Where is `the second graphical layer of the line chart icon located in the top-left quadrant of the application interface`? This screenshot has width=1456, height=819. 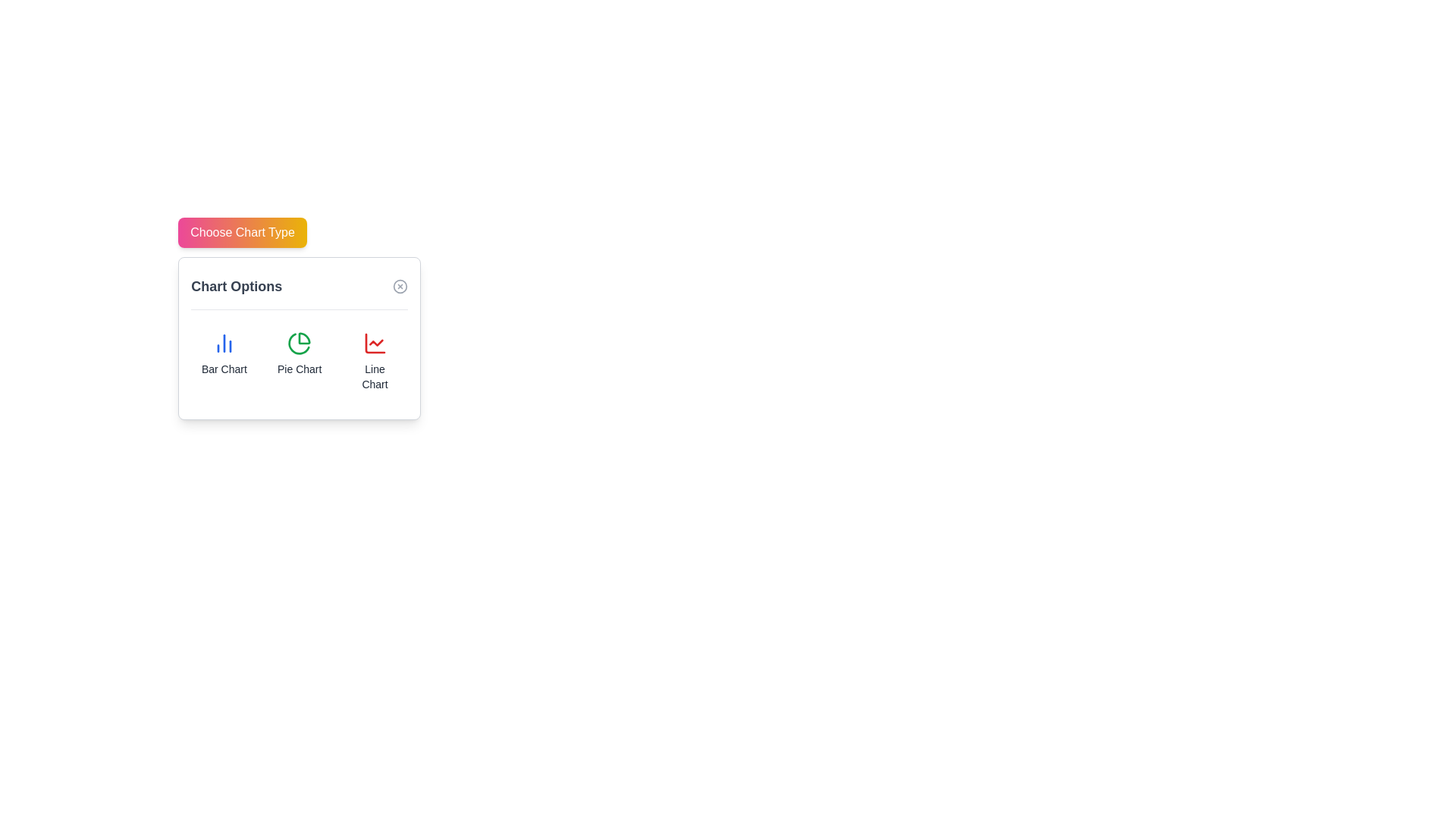
the second graphical layer of the line chart icon located in the top-left quadrant of the application interface is located at coordinates (375, 343).